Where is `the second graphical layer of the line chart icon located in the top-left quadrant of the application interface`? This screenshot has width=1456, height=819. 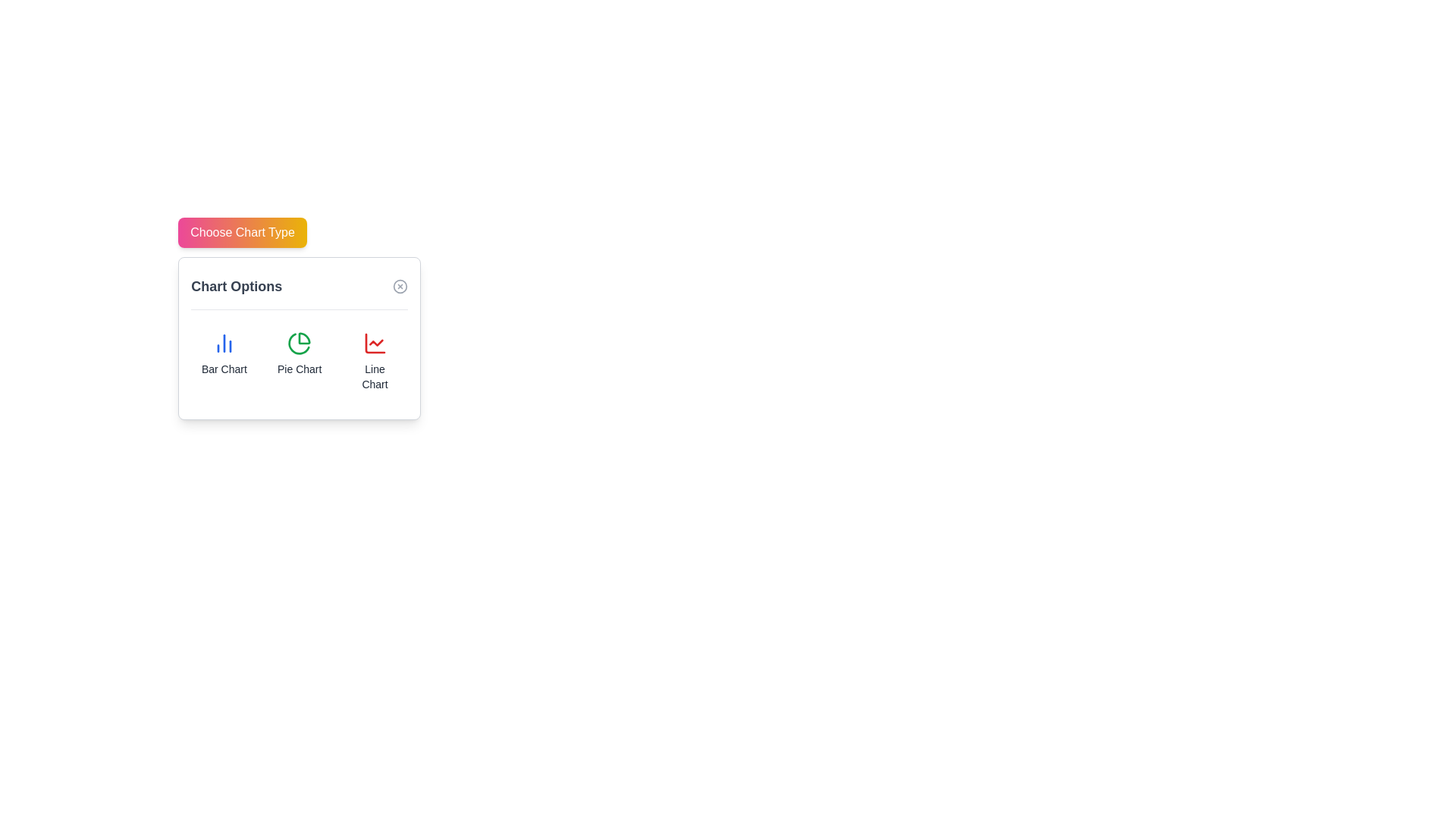
the second graphical layer of the line chart icon located in the top-left quadrant of the application interface is located at coordinates (375, 343).